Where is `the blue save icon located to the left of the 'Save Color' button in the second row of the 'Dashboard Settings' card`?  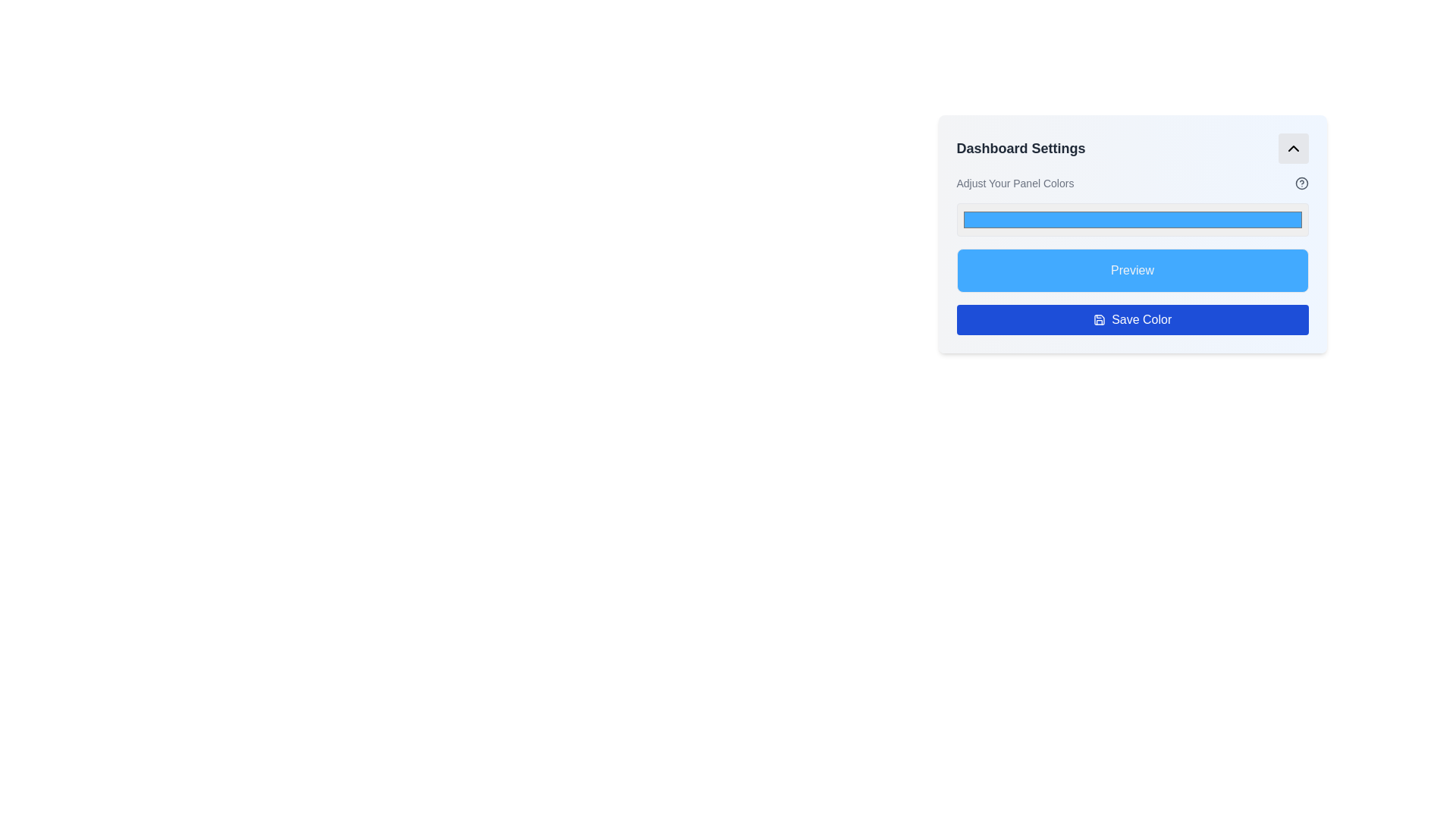 the blue save icon located to the left of the 'Save Color' button in the second row of the 'Dashboard Settings' card is located at coordinates (1099, 318).